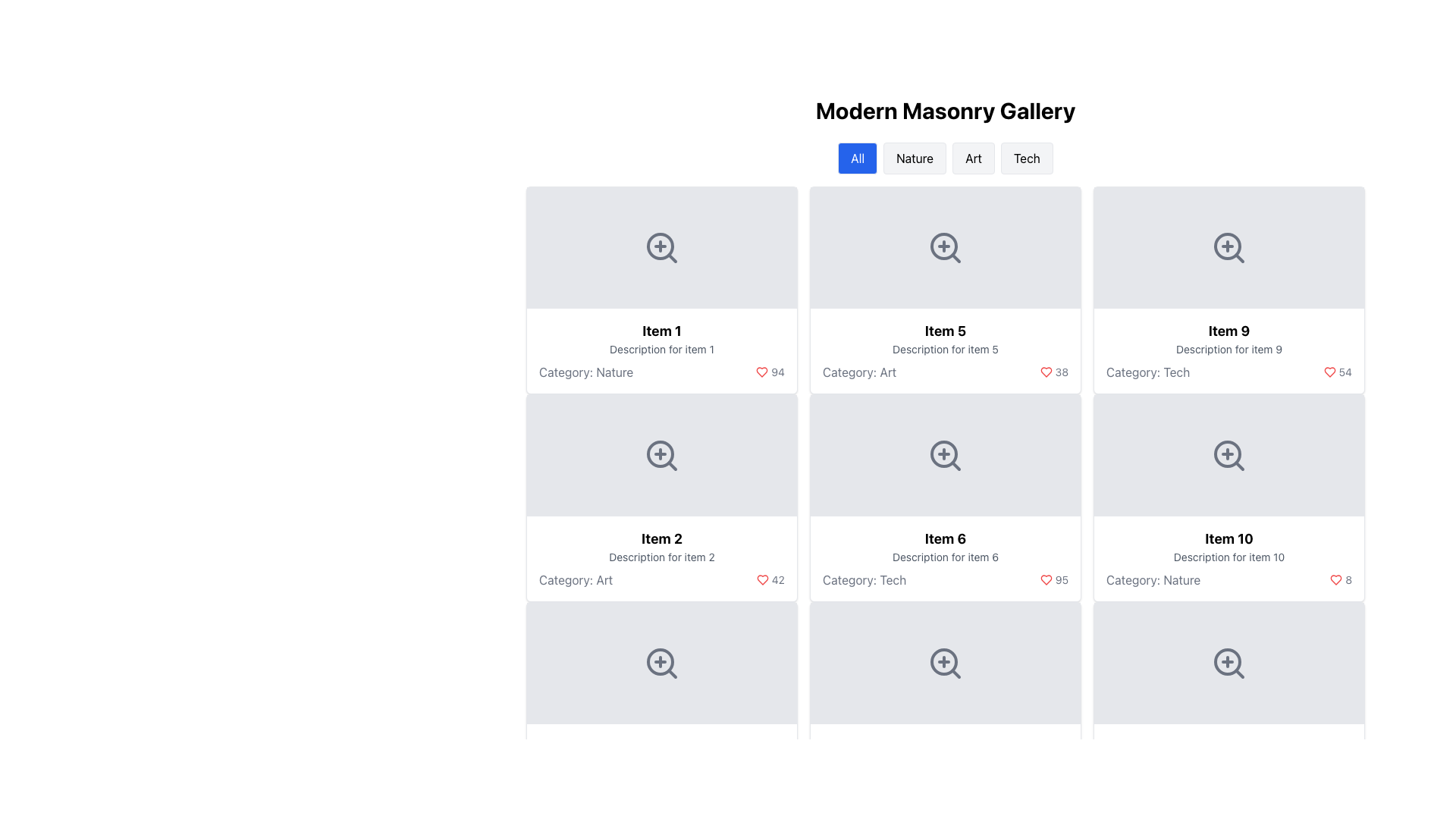 This screenshot has width=1456, height=819. What do you see at coordinates (1239, 465) in the screenshot?
I see `the diagonal line of the magnifying glass icon located in the lower-right grid item titled 'Item 10' in the gallery layout` at bounding box center [1239, 465].